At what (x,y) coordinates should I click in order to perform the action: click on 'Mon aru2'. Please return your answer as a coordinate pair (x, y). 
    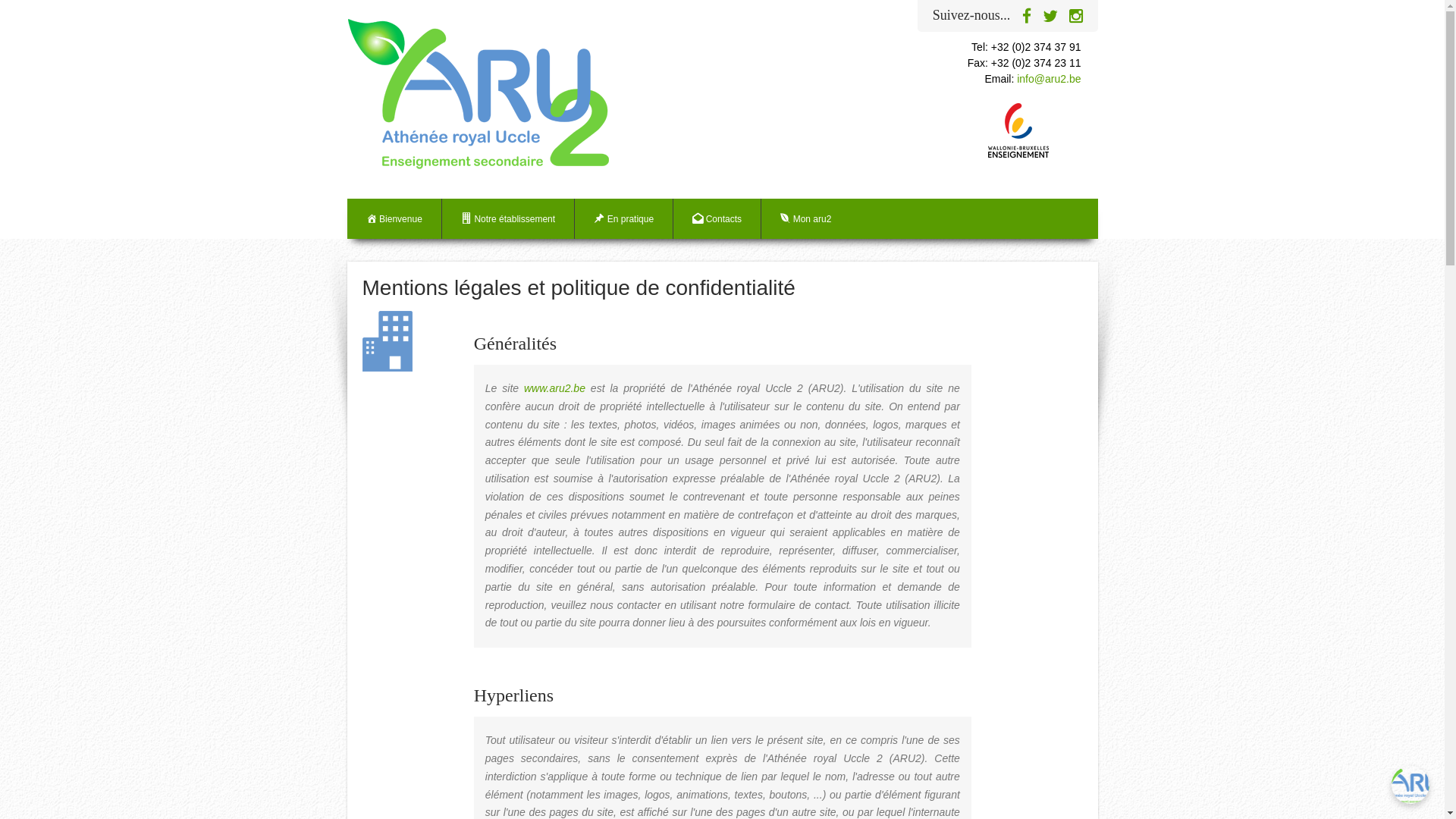
    Looking at the image, I should click on (761, 218).